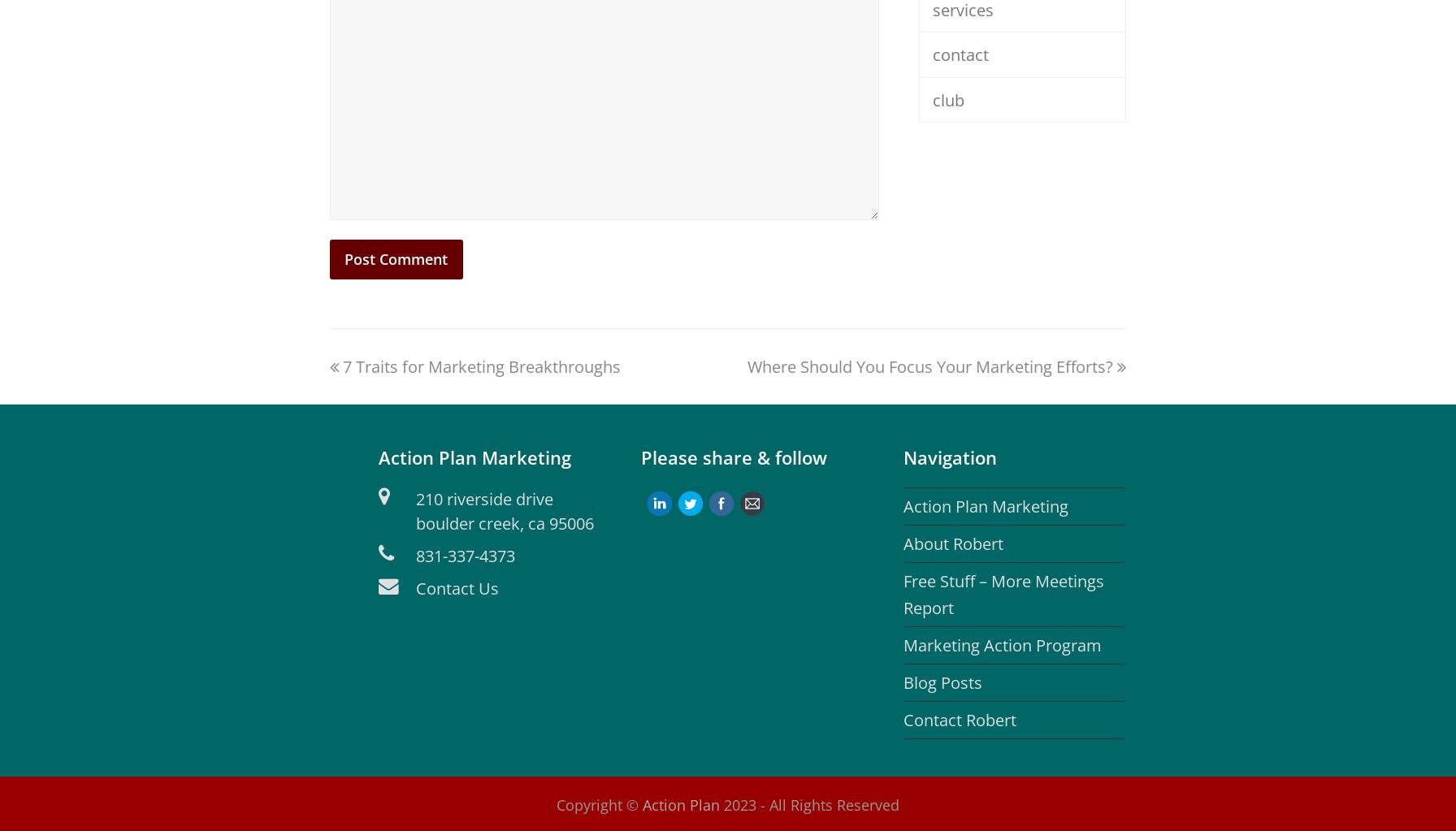 The image size is (1456, 831). I want to click on 'Where Should You Focus Your Marketing Efforts?', so click(747, 365).